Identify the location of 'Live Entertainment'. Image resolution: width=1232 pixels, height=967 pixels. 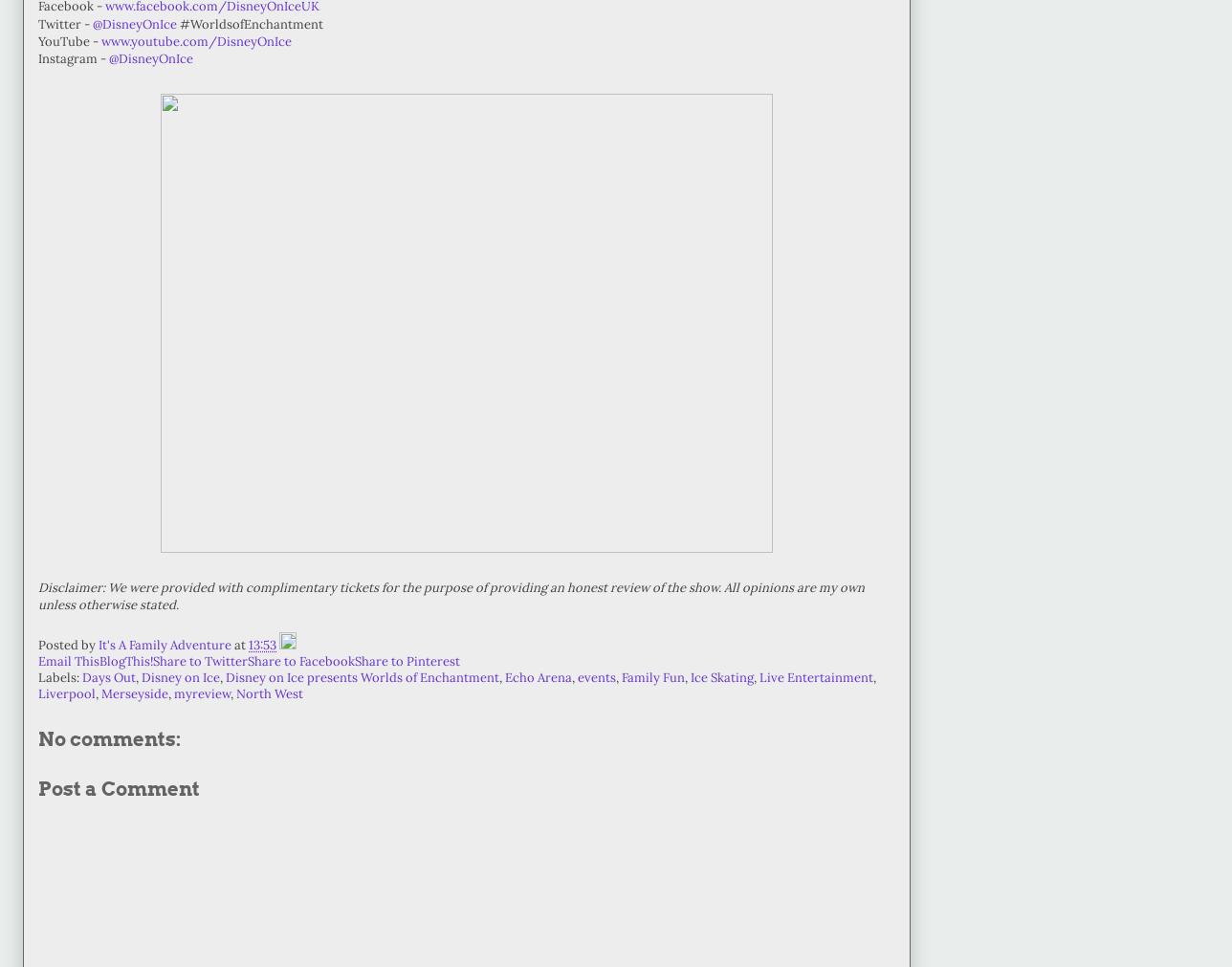
(816, 676).